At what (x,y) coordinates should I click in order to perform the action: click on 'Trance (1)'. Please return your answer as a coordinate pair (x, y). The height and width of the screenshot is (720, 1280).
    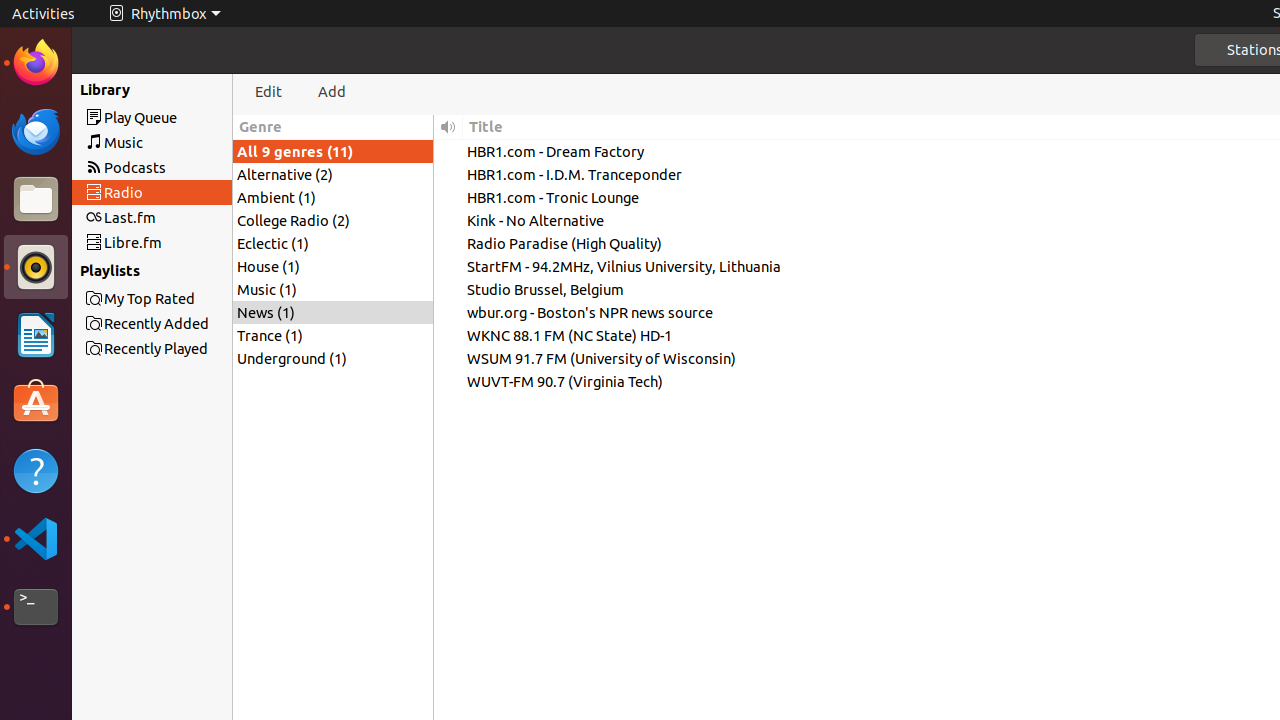
    Looking at the image, I should click on (333, 334).